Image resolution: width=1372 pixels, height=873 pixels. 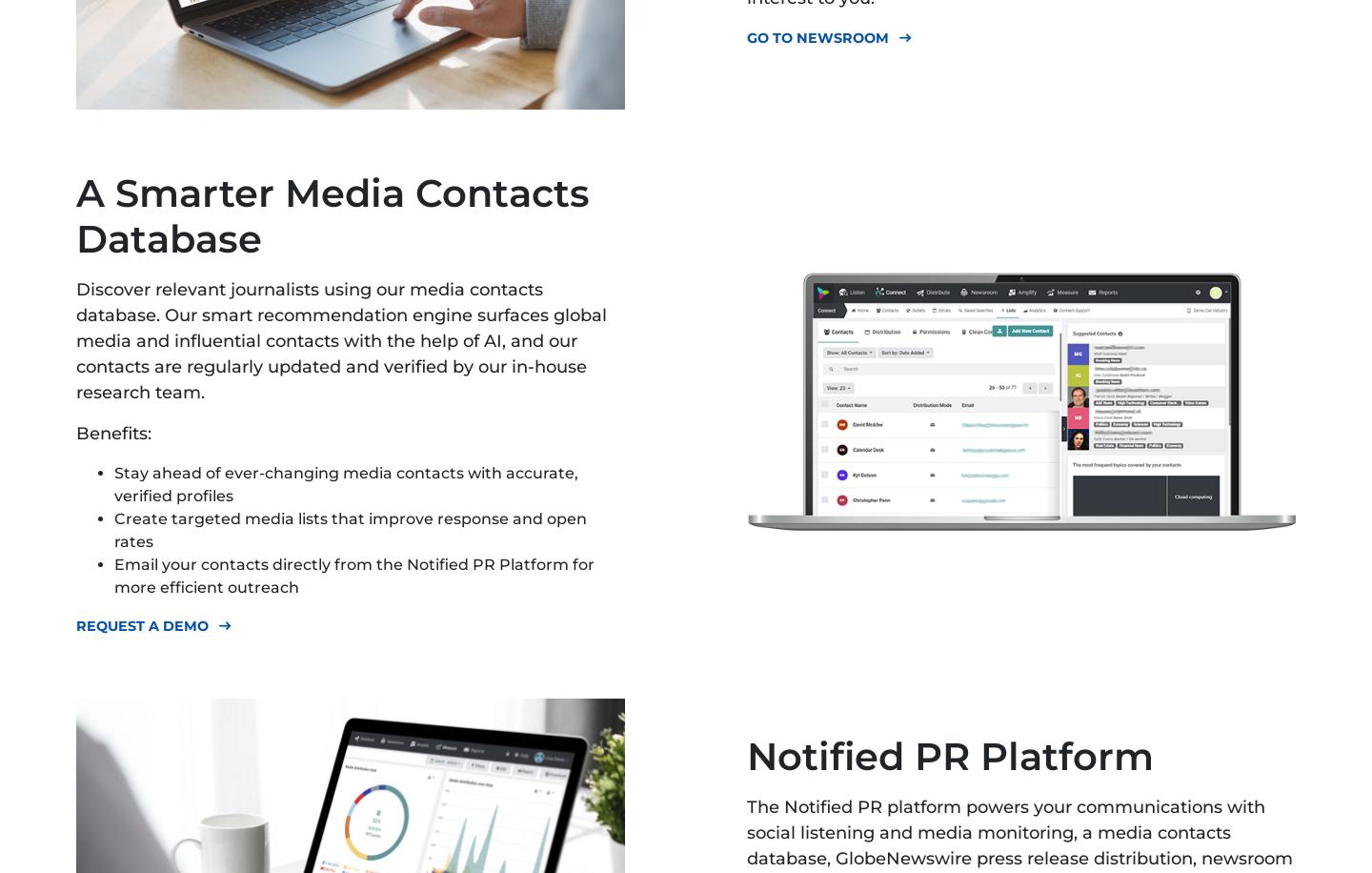 What do you see at coordinates (113, 432) in the screenshot?
I see `'Benefits:'` at bounding box center [113, 432].